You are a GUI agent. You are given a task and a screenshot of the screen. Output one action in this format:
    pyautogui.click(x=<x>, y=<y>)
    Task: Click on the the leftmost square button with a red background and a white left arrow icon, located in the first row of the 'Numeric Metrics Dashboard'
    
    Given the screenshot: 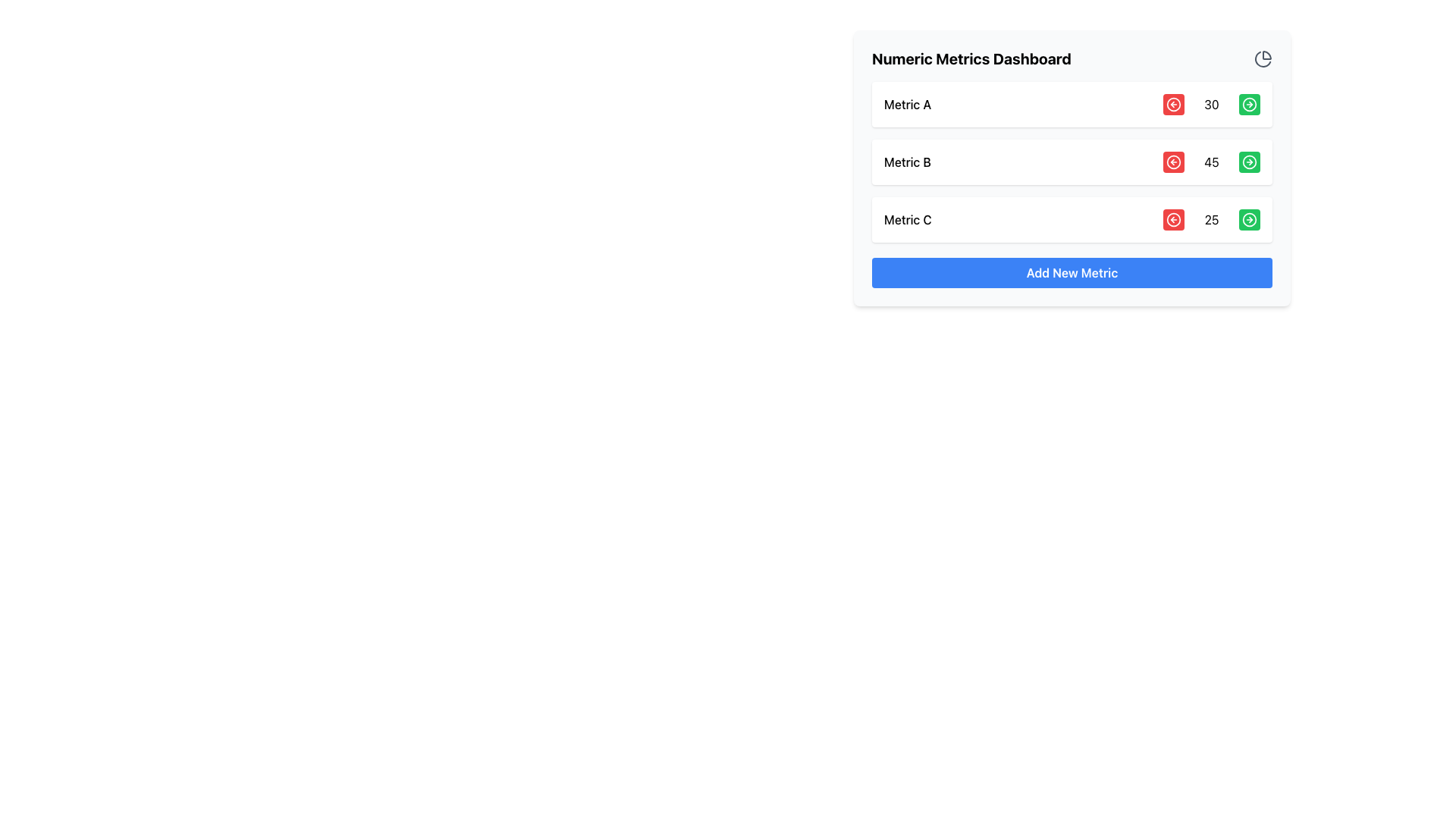 What is the action you would take?
    pyautogui.click(x=1173, y=104)
    